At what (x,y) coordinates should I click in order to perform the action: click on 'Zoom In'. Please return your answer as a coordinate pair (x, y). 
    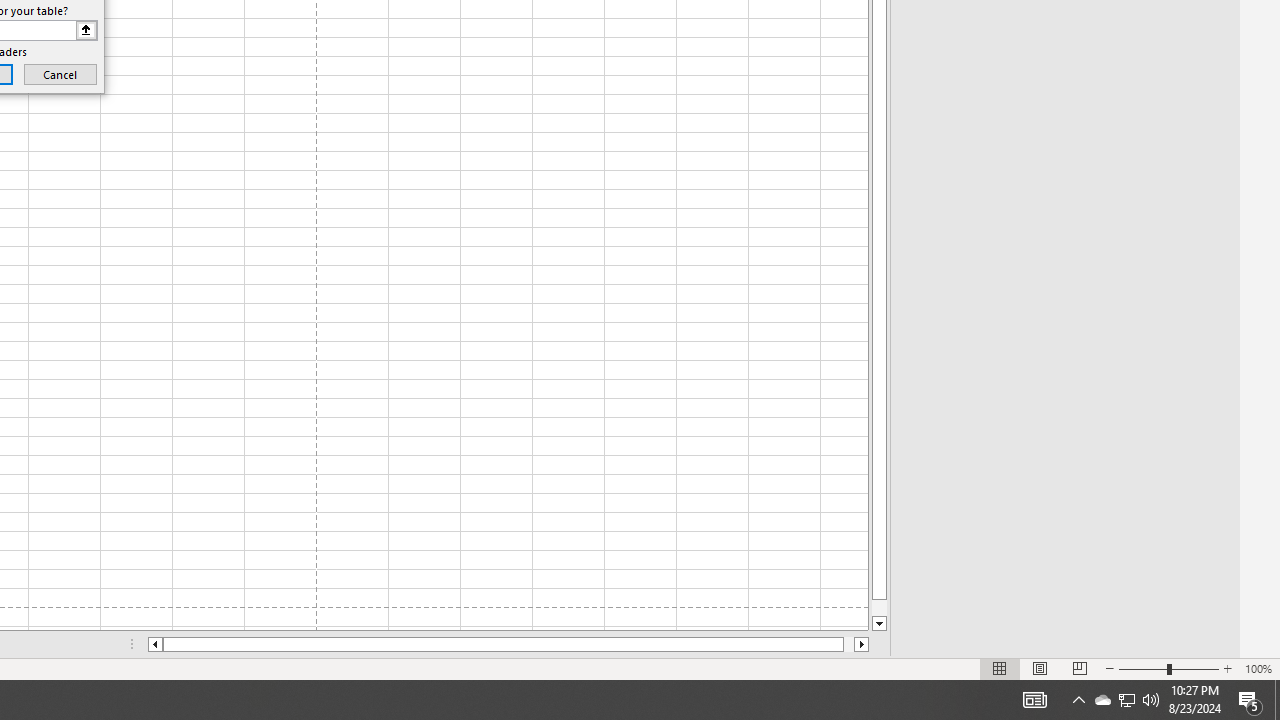
    Looking at the image, I should click on (1226, 669).